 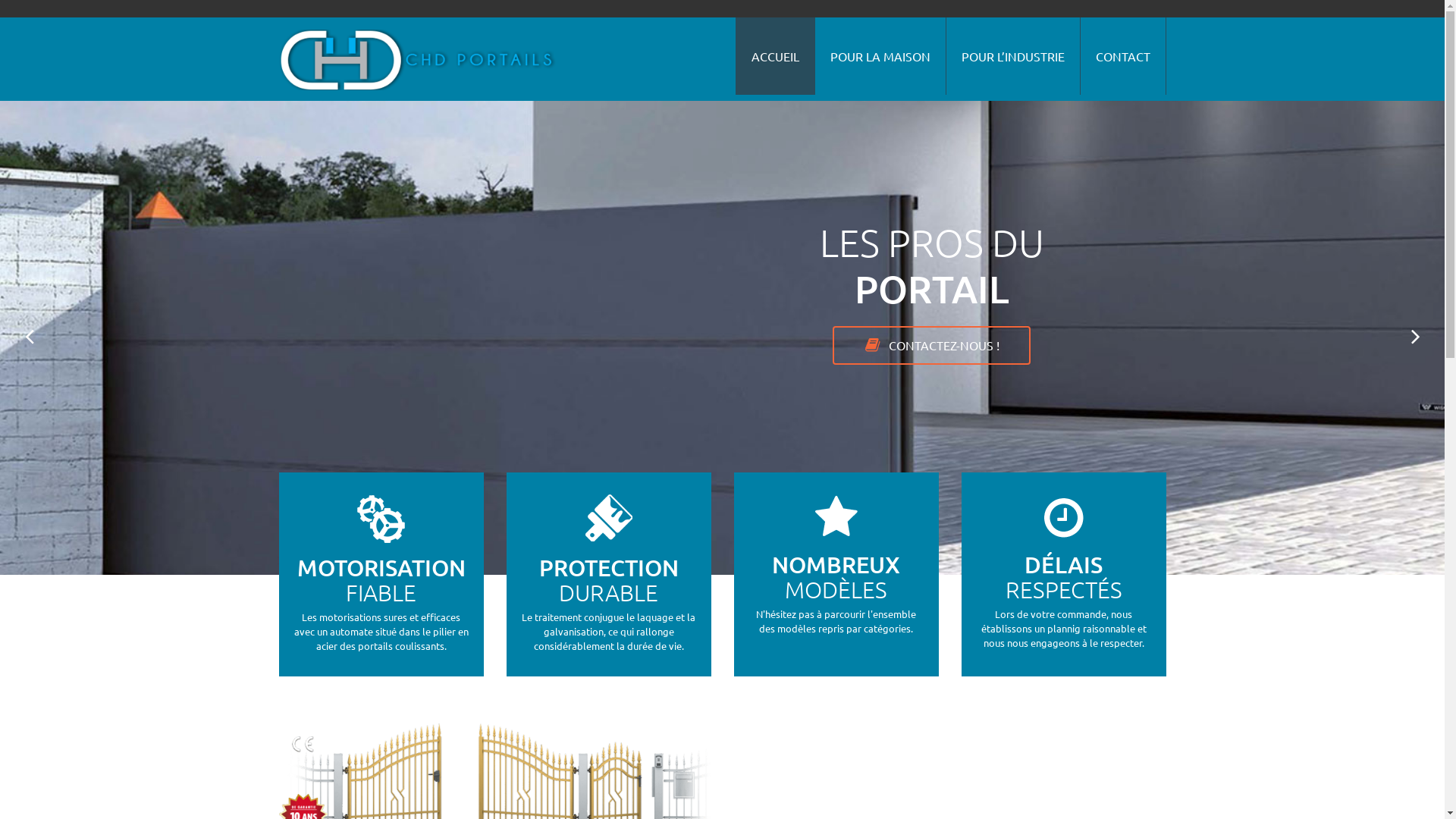 I want to click on 'POUR LA MAISON', so click(x=880, y=55).